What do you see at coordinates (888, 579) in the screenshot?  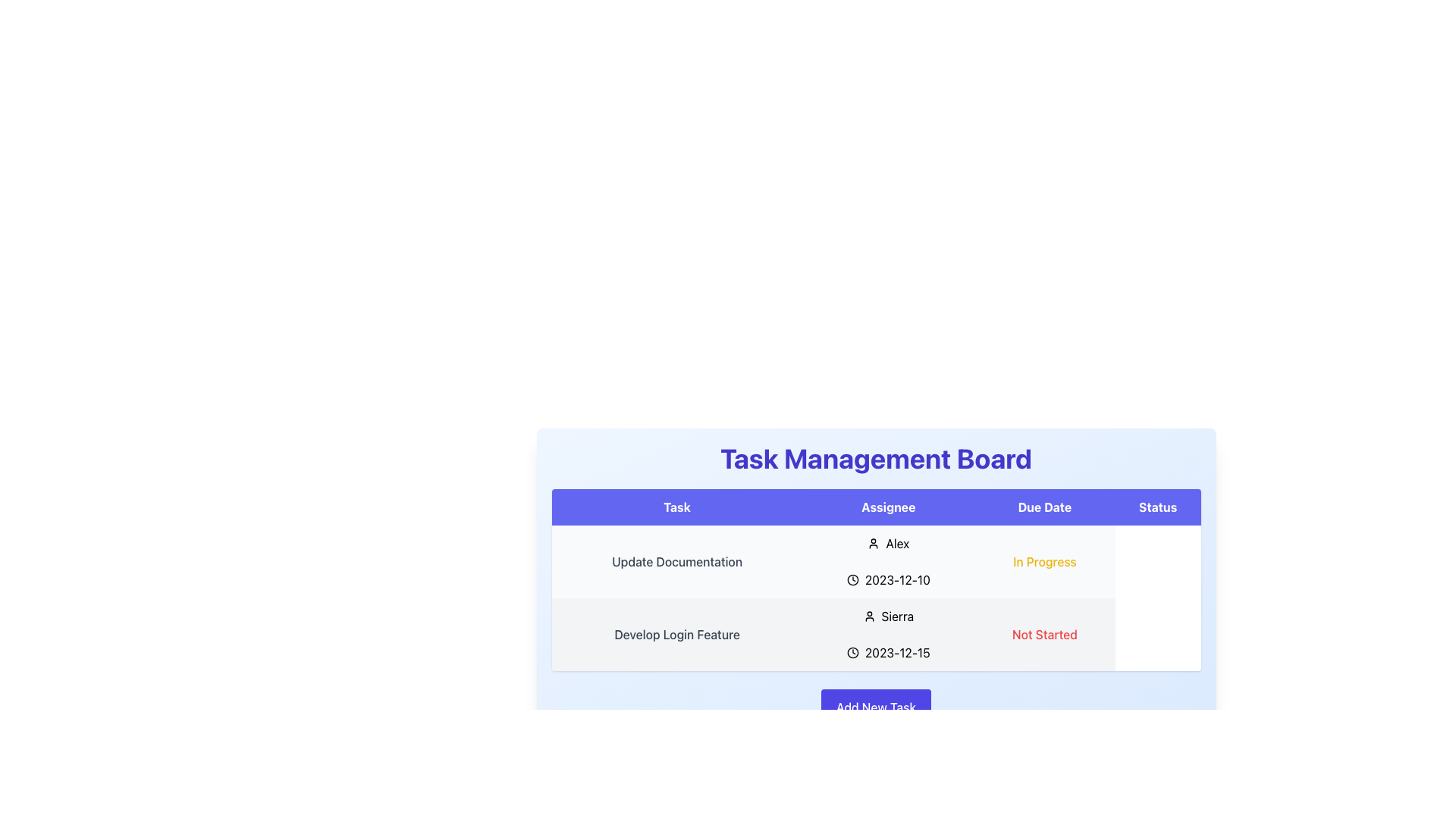 I see `the text displaying the due date for the task assigned to Alex, located in the third column under the 'Due Date' heading` at bounding box center [888, 579].